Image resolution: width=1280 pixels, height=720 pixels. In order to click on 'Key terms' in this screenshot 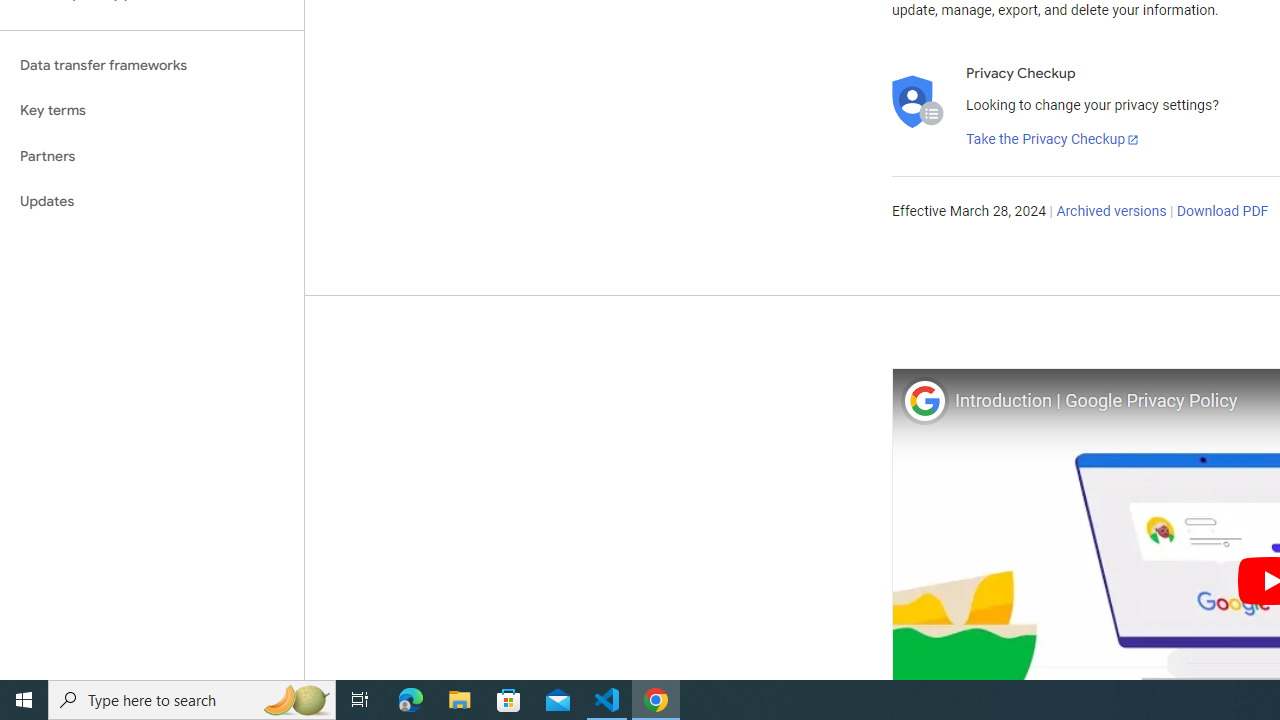, I will do `click(151, 110)`.